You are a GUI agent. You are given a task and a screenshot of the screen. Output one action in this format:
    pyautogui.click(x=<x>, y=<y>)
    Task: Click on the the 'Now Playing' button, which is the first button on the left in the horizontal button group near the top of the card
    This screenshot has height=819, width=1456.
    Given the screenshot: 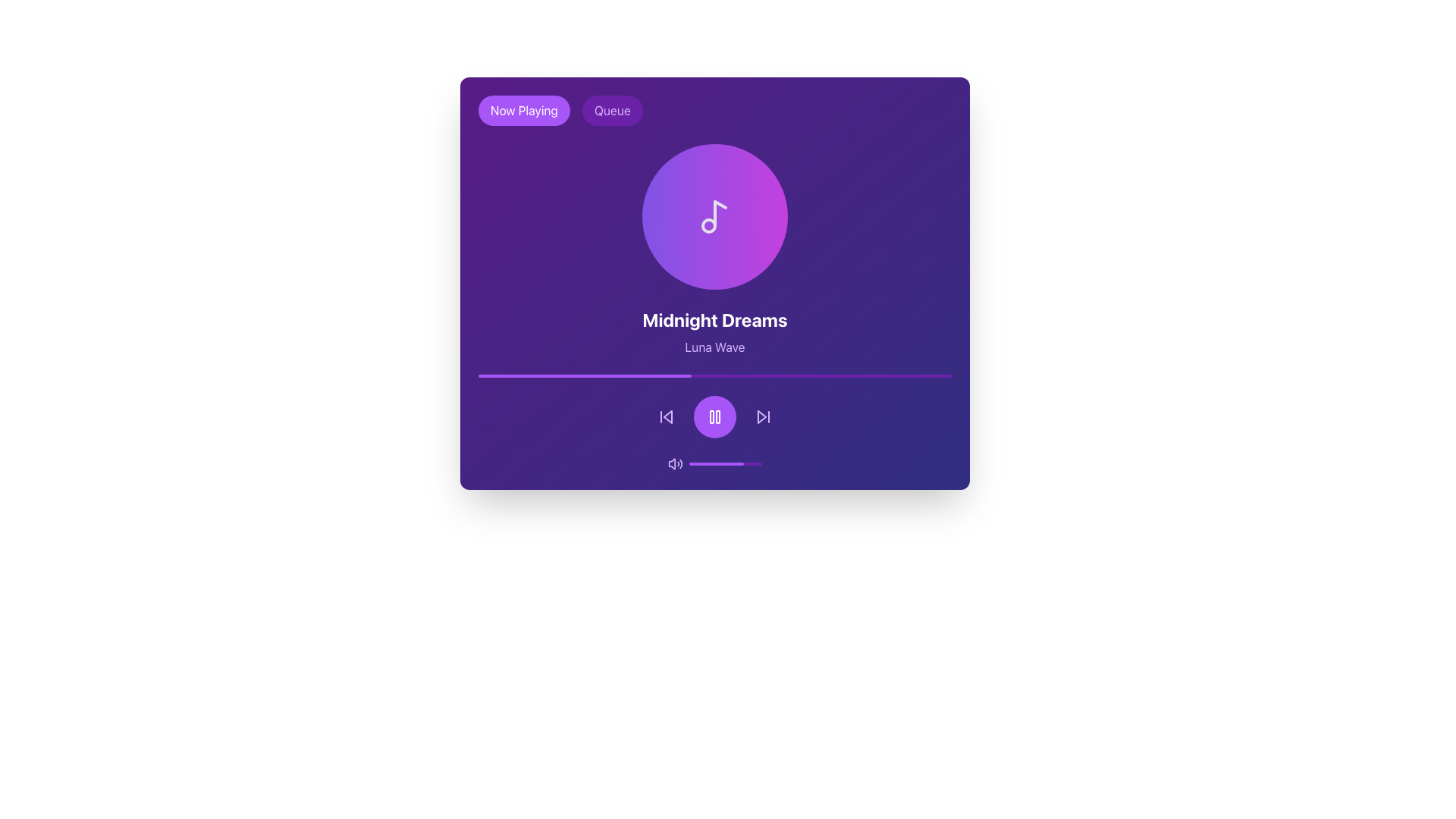 What is the action you would take?
    pyautogui.click(x=524, y=110)
    